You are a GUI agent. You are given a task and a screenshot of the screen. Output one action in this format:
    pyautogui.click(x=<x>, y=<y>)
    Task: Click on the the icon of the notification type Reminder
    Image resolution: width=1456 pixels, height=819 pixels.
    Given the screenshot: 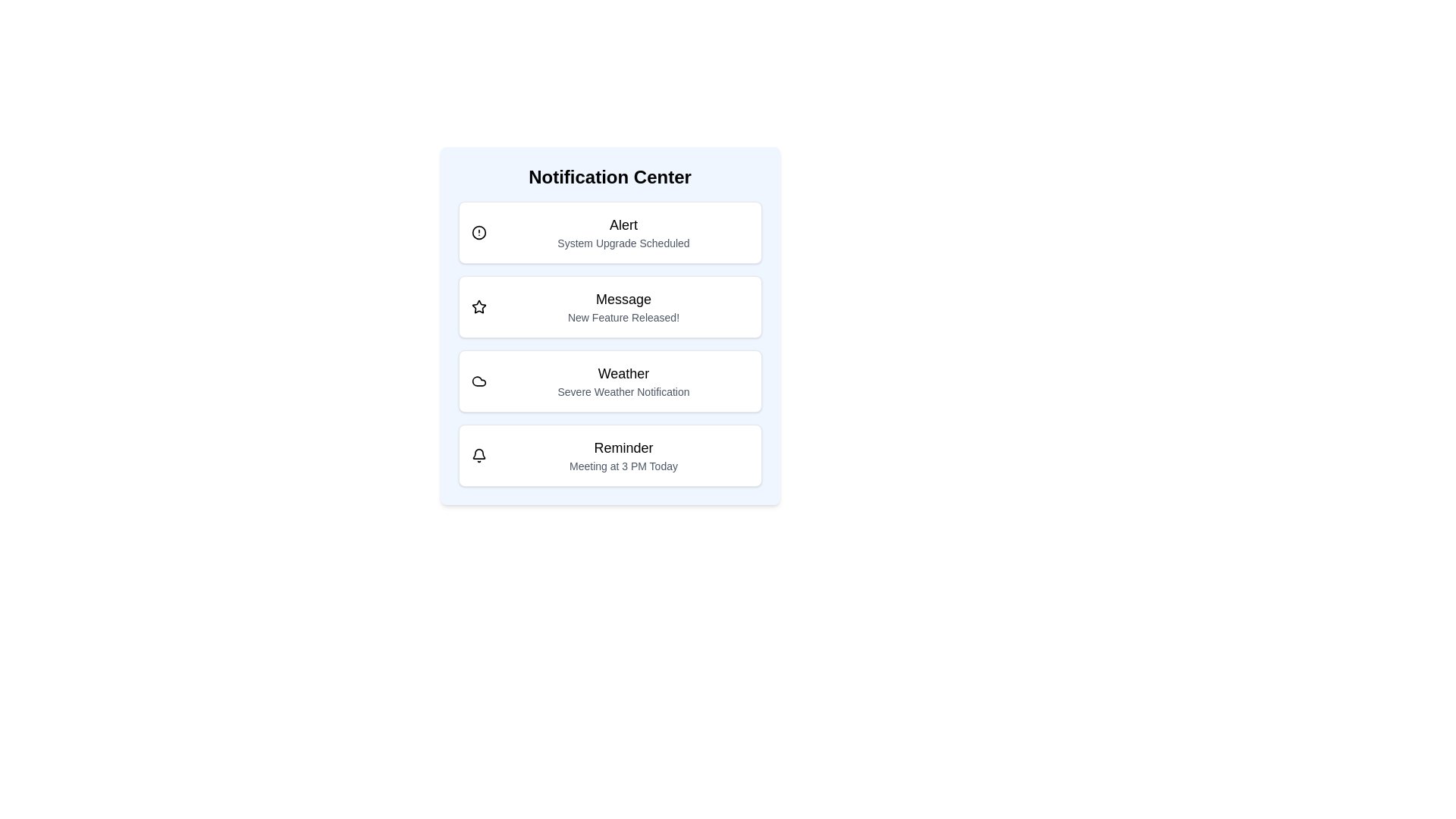 What is the action you would take?
    pyautogui.click(x=478, y=455)
    